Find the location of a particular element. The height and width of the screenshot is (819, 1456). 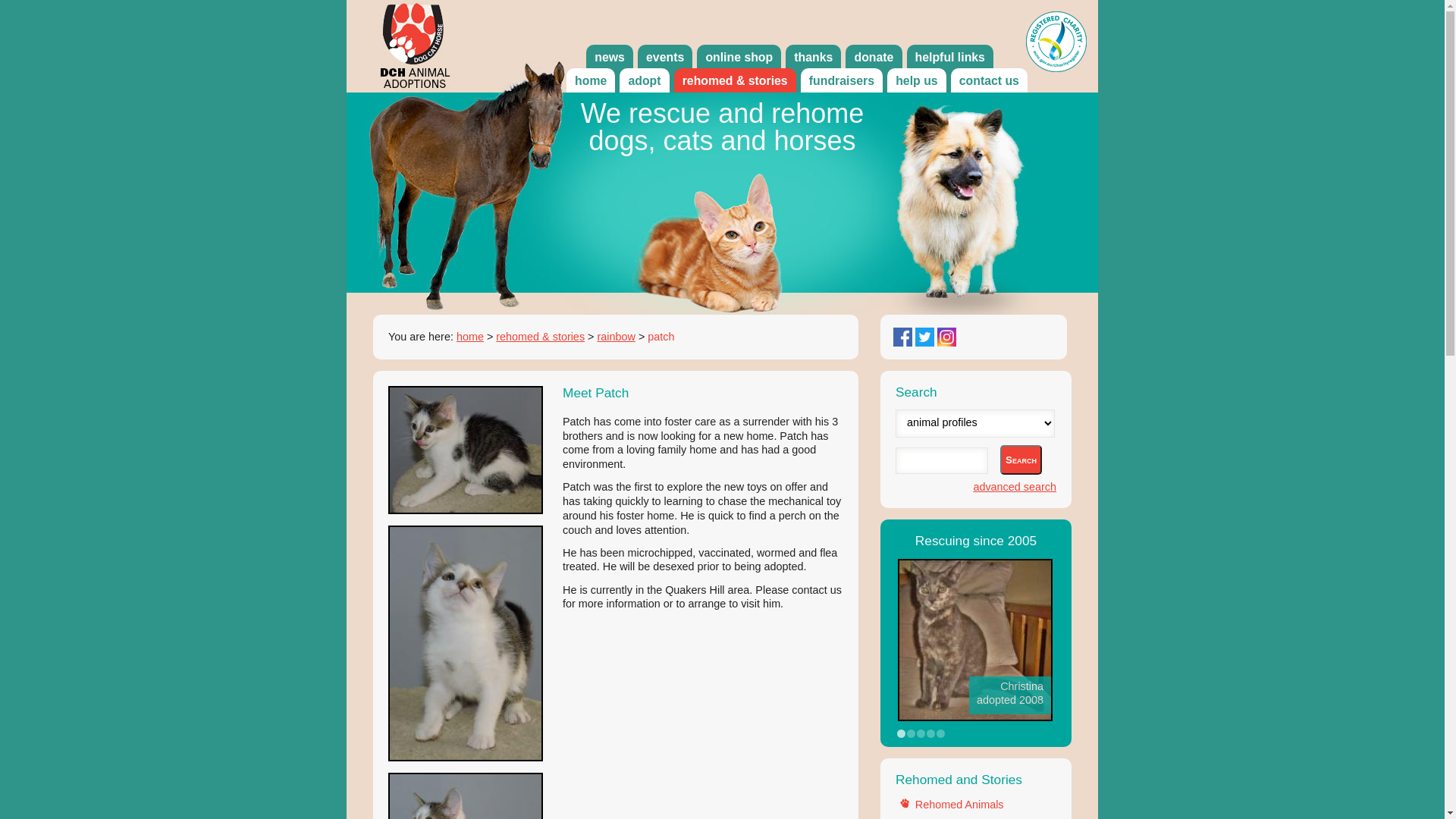

'4077-Patch-picture0' is located at coordinates (465, 449).